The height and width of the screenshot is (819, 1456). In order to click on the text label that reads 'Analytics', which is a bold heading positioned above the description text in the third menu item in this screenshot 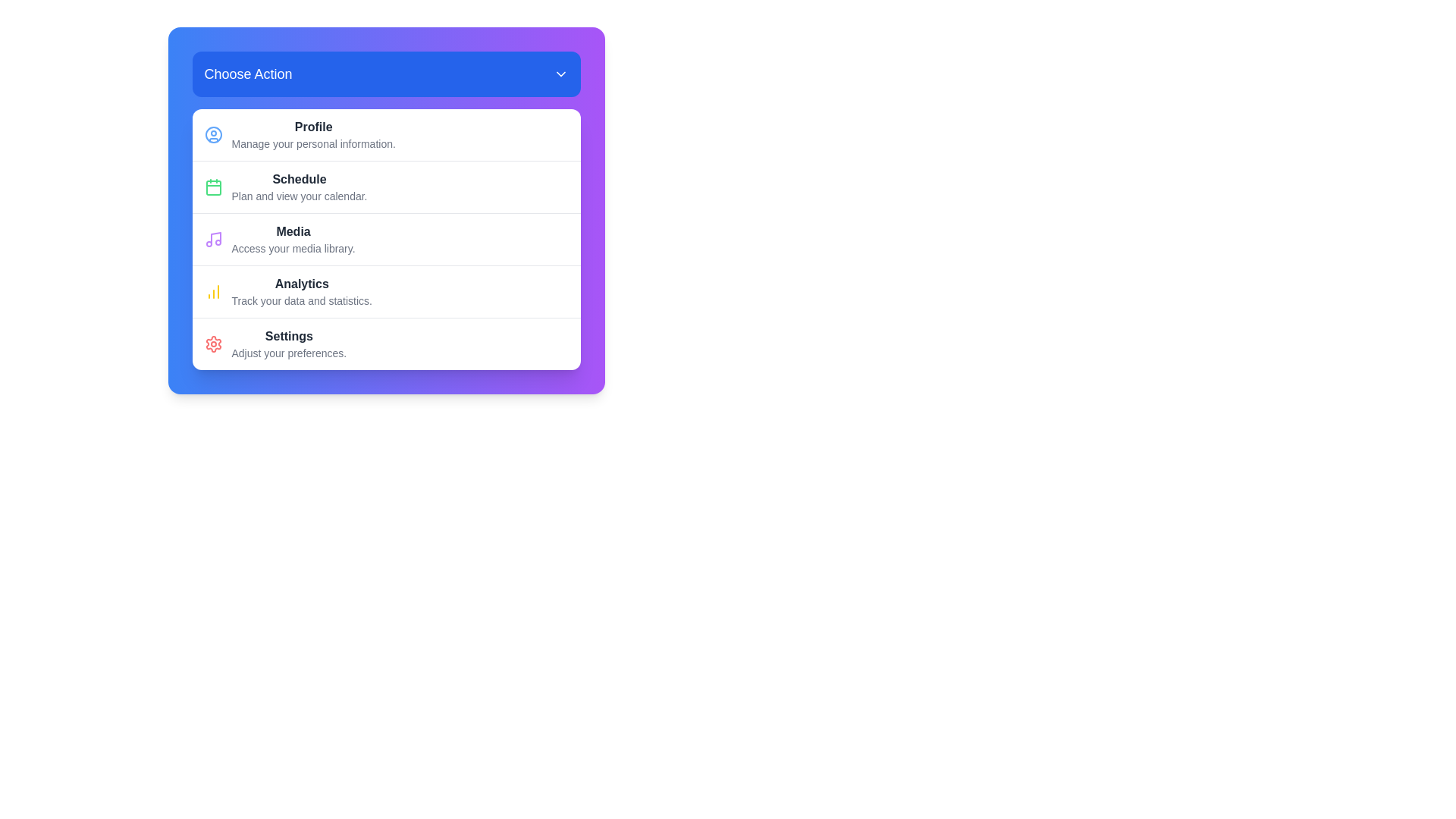, I will do `click(302, 284)`.